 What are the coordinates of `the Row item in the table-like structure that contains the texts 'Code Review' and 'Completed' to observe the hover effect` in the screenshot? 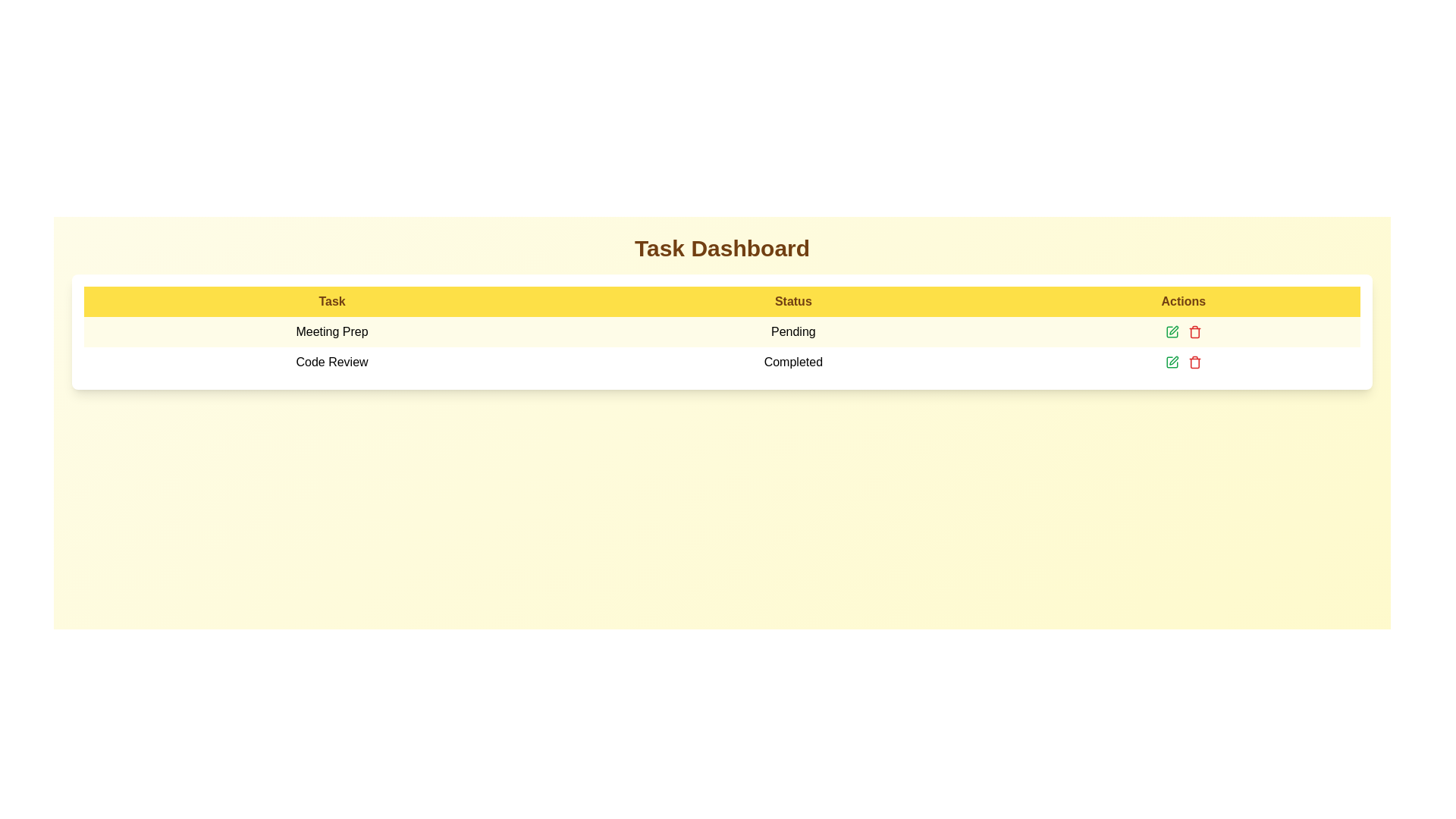 It's located at (721, 362).